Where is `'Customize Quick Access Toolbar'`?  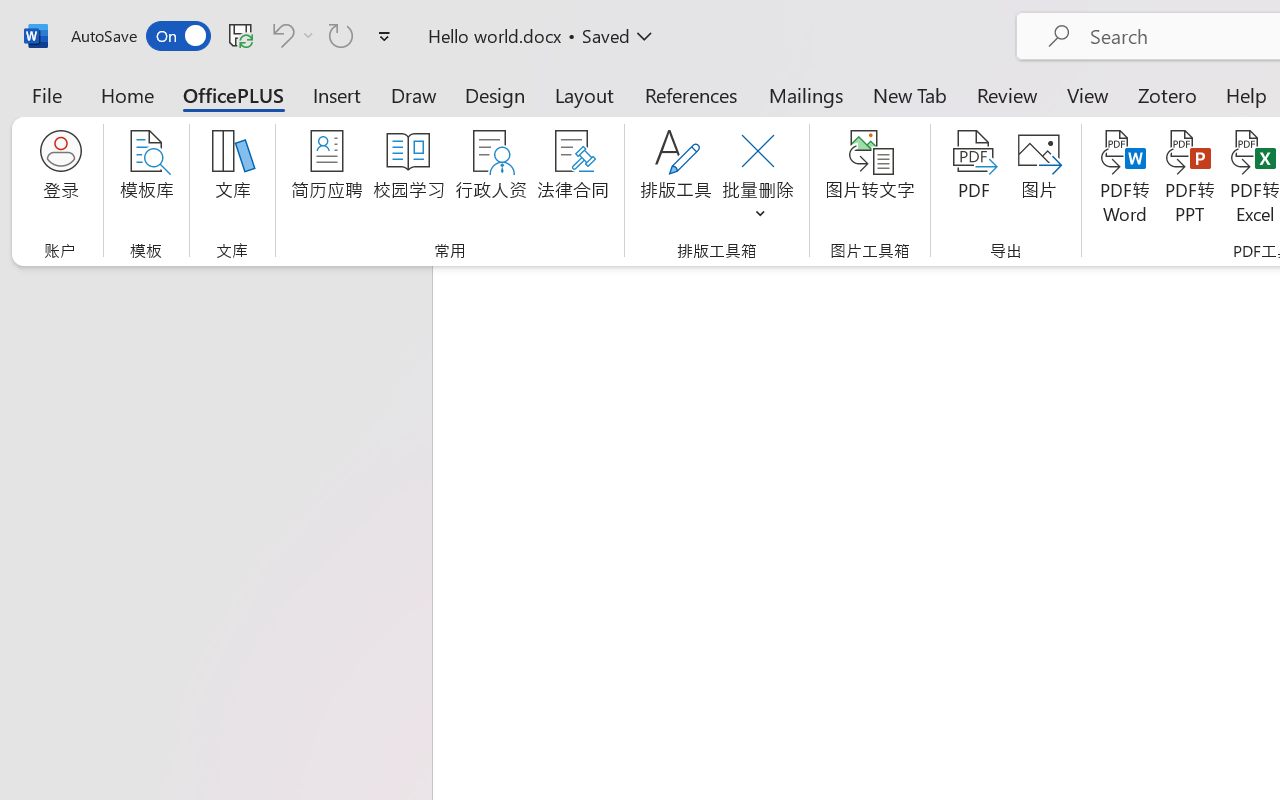 'Customize Quick Access Toolbar' is located at coordinates (384, 35).